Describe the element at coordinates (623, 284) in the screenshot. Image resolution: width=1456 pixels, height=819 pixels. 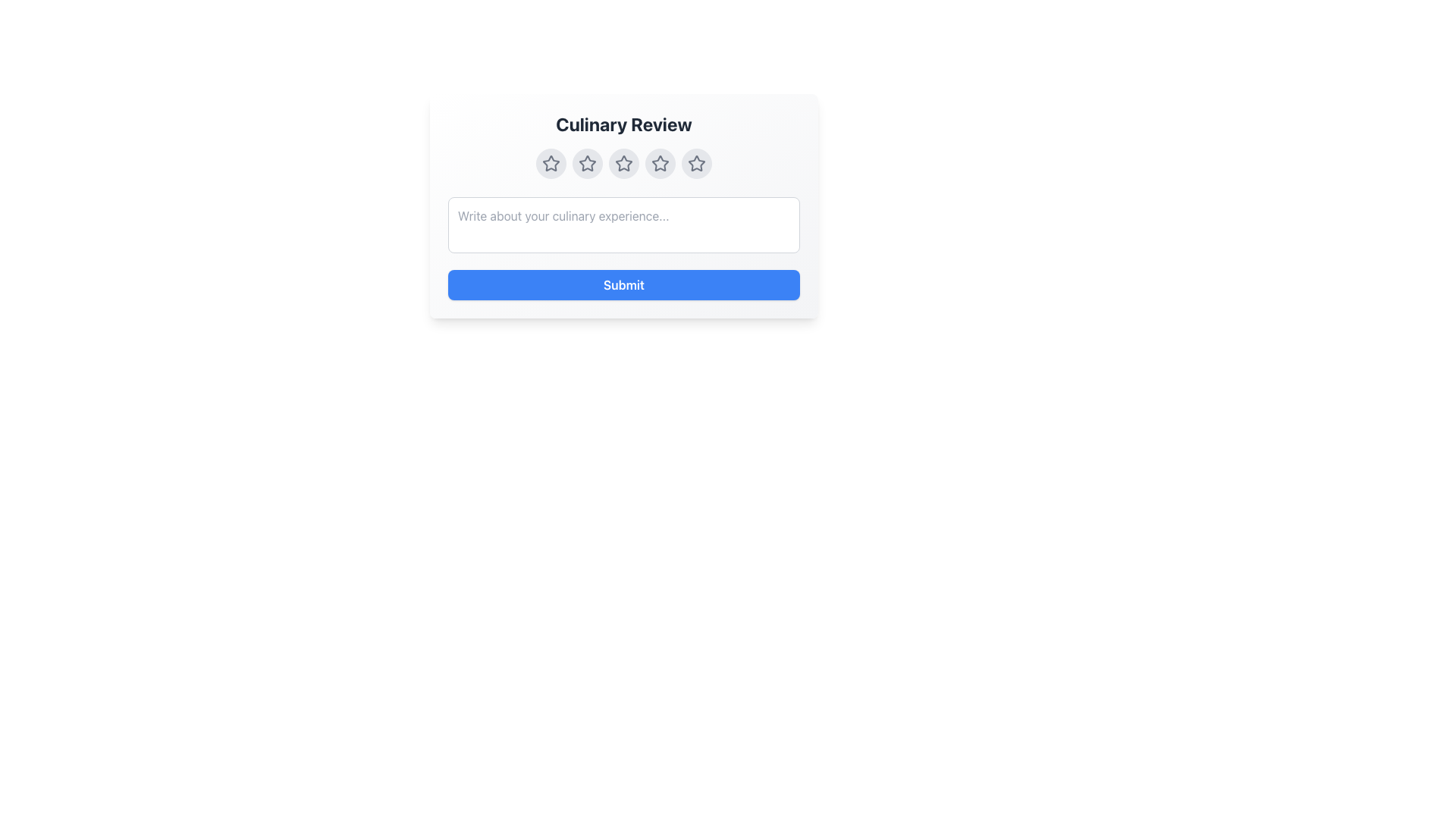
I see `the submission button located at the bottom of the 'Culinary Review' form` at that location.